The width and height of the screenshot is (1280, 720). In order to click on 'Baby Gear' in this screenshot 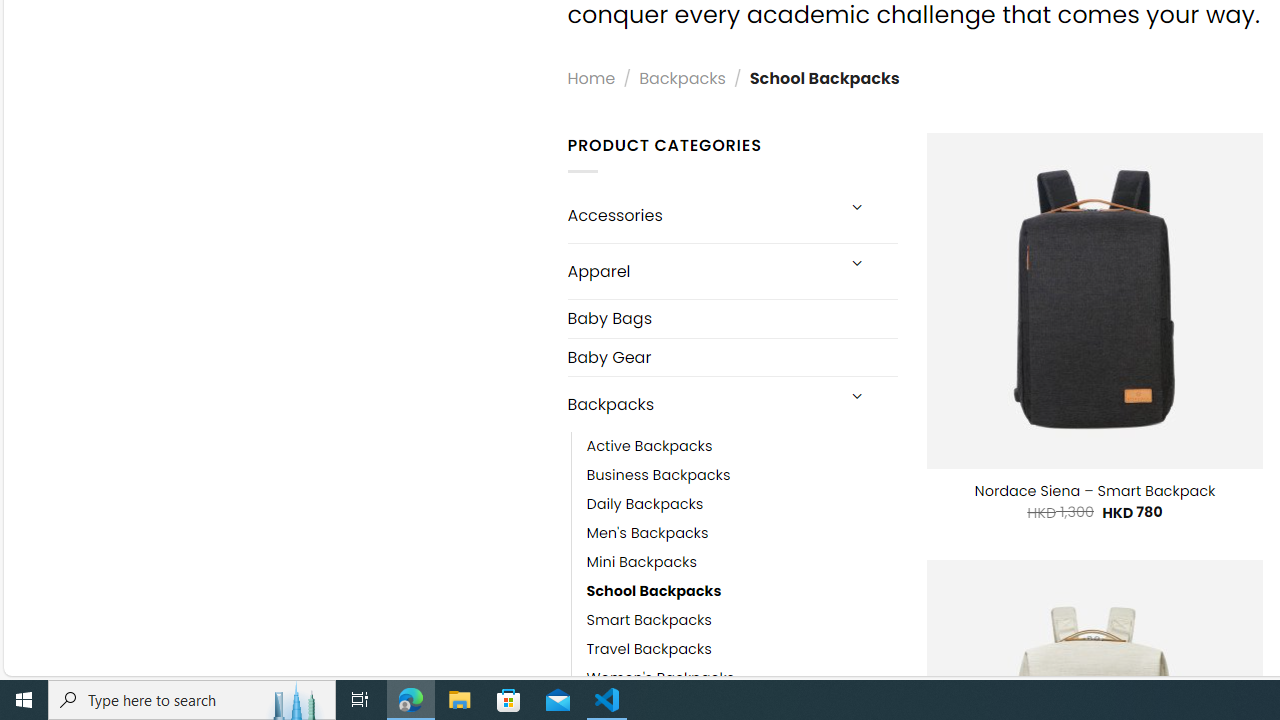, I will do `click(731, 356)`.